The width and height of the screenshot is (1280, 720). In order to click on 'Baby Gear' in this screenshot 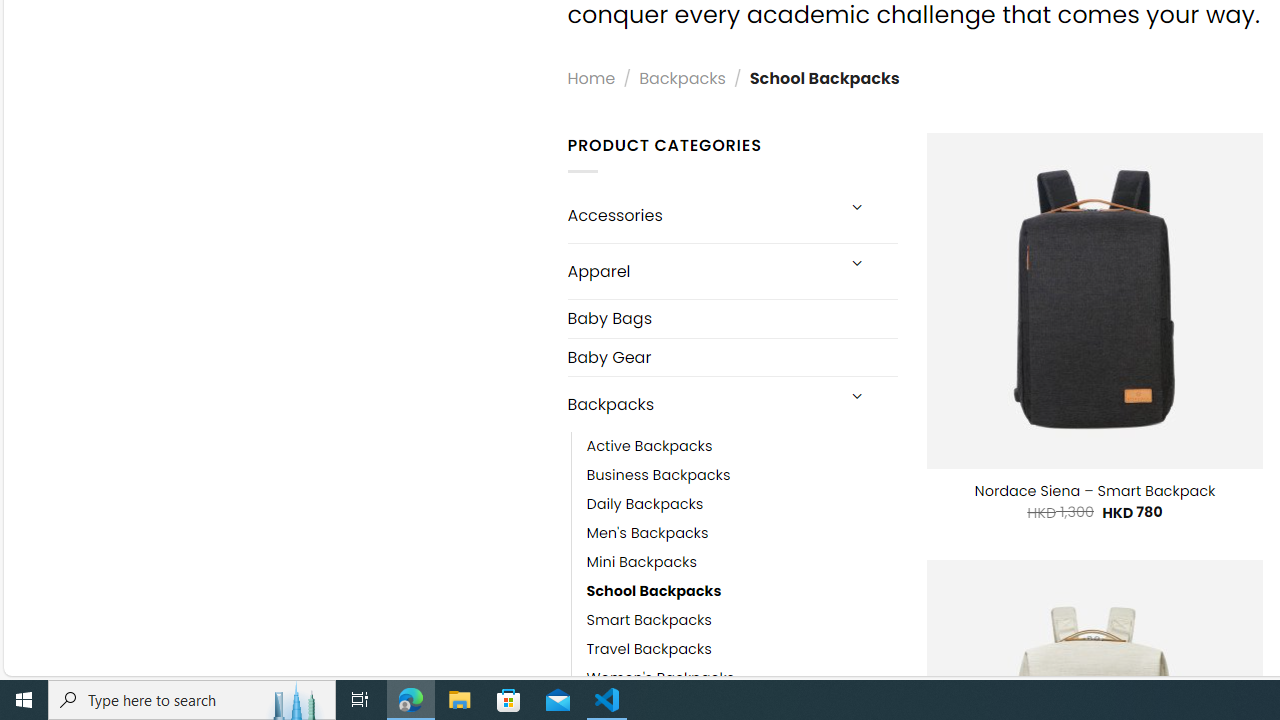, I will do `click(731, 356)`.